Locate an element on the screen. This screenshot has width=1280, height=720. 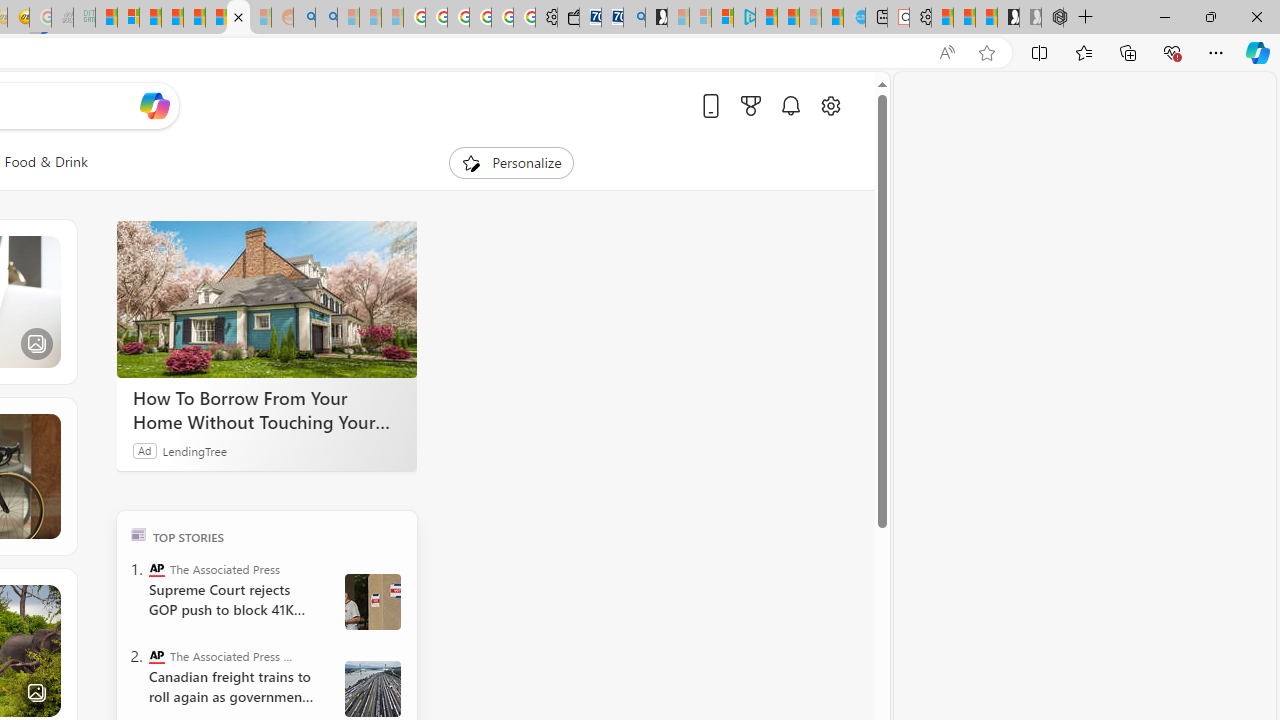
'Play Free Online Games | Games from Microsoft Start' is located at coordinates (1008, 17).